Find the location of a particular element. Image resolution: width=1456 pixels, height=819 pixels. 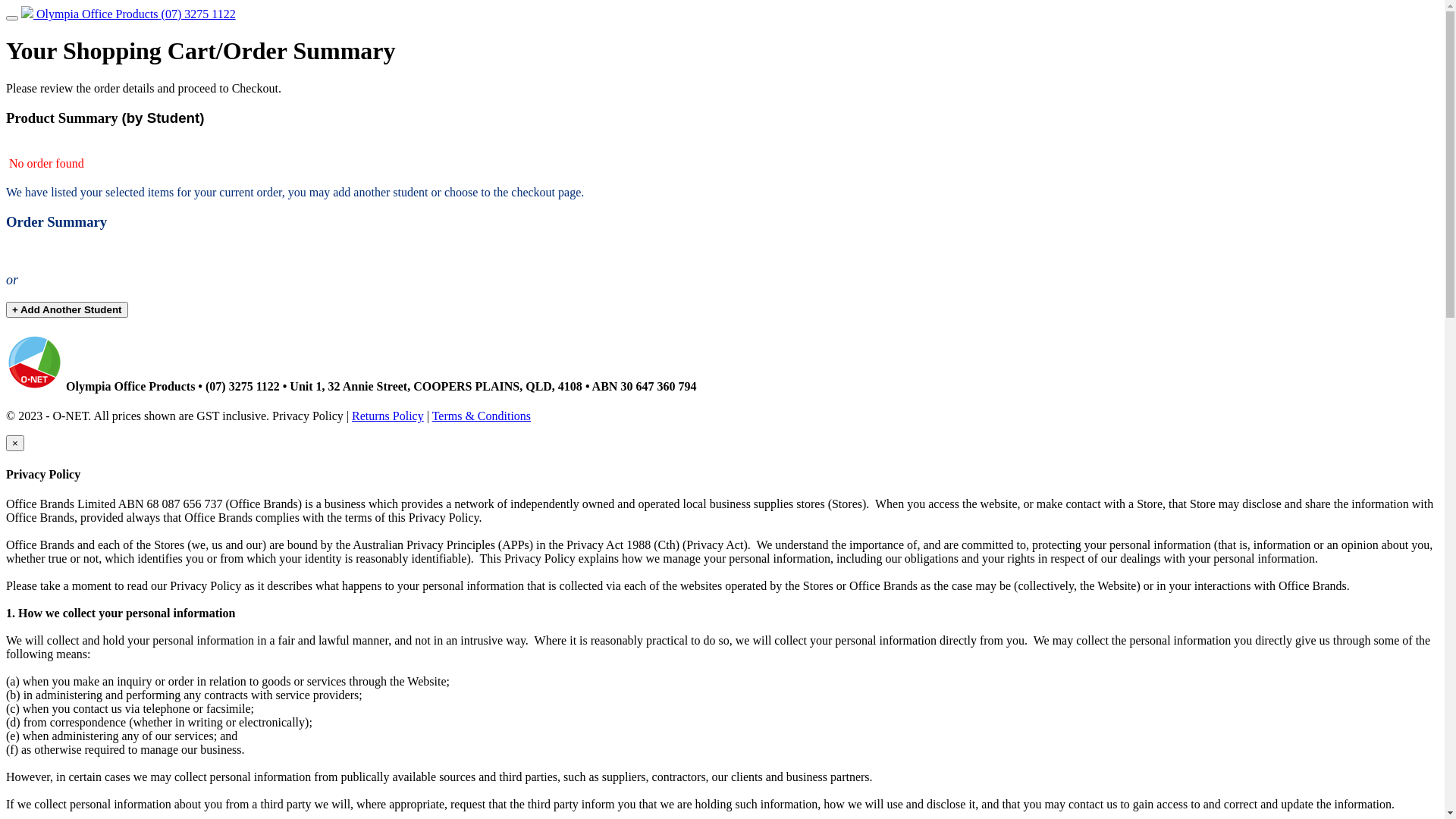

'Returns Policy' is located at coordinates (351, 416).